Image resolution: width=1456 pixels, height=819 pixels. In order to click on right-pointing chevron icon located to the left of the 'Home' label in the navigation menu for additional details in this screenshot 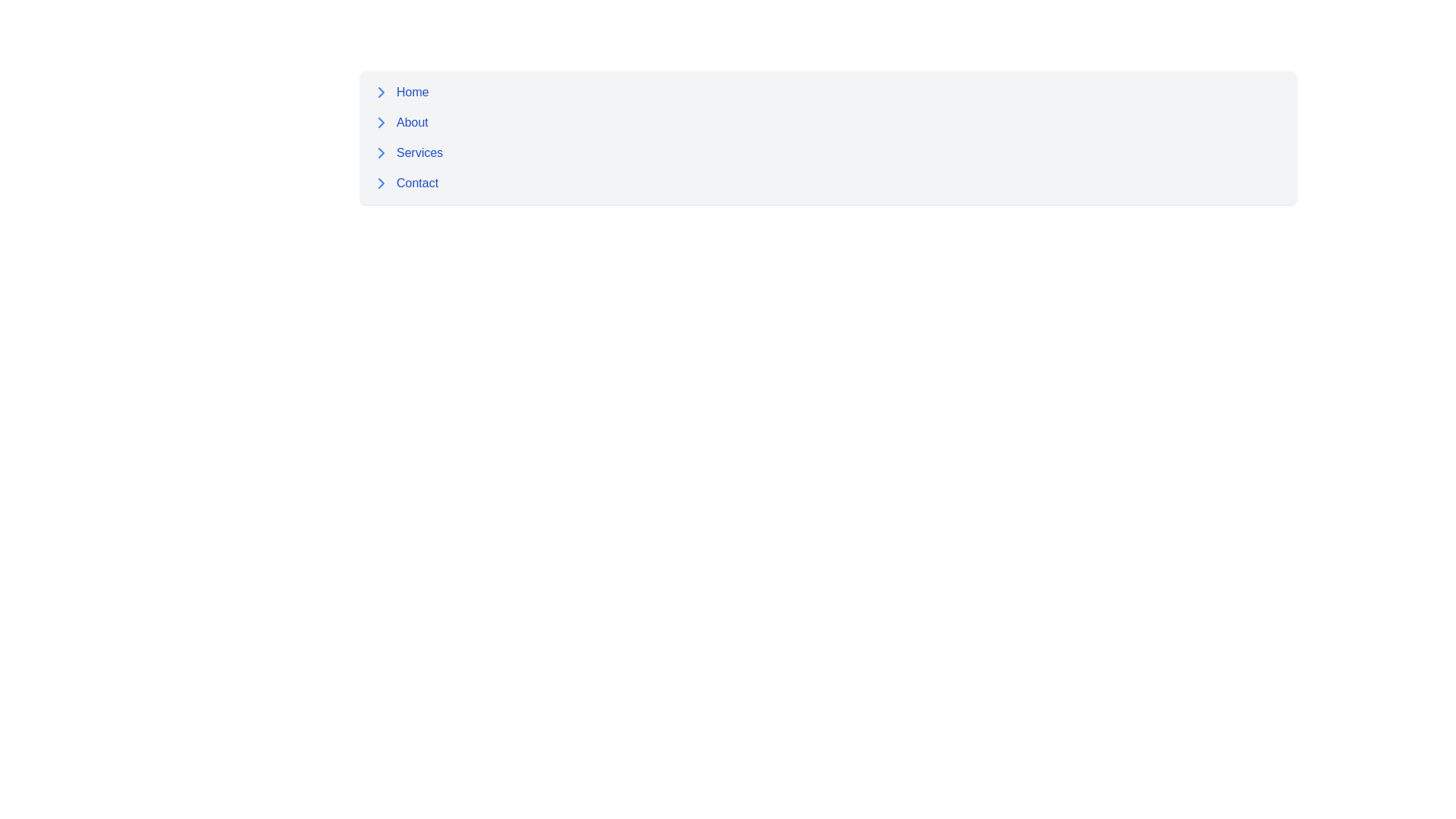, I will do `click(381, 93)`.